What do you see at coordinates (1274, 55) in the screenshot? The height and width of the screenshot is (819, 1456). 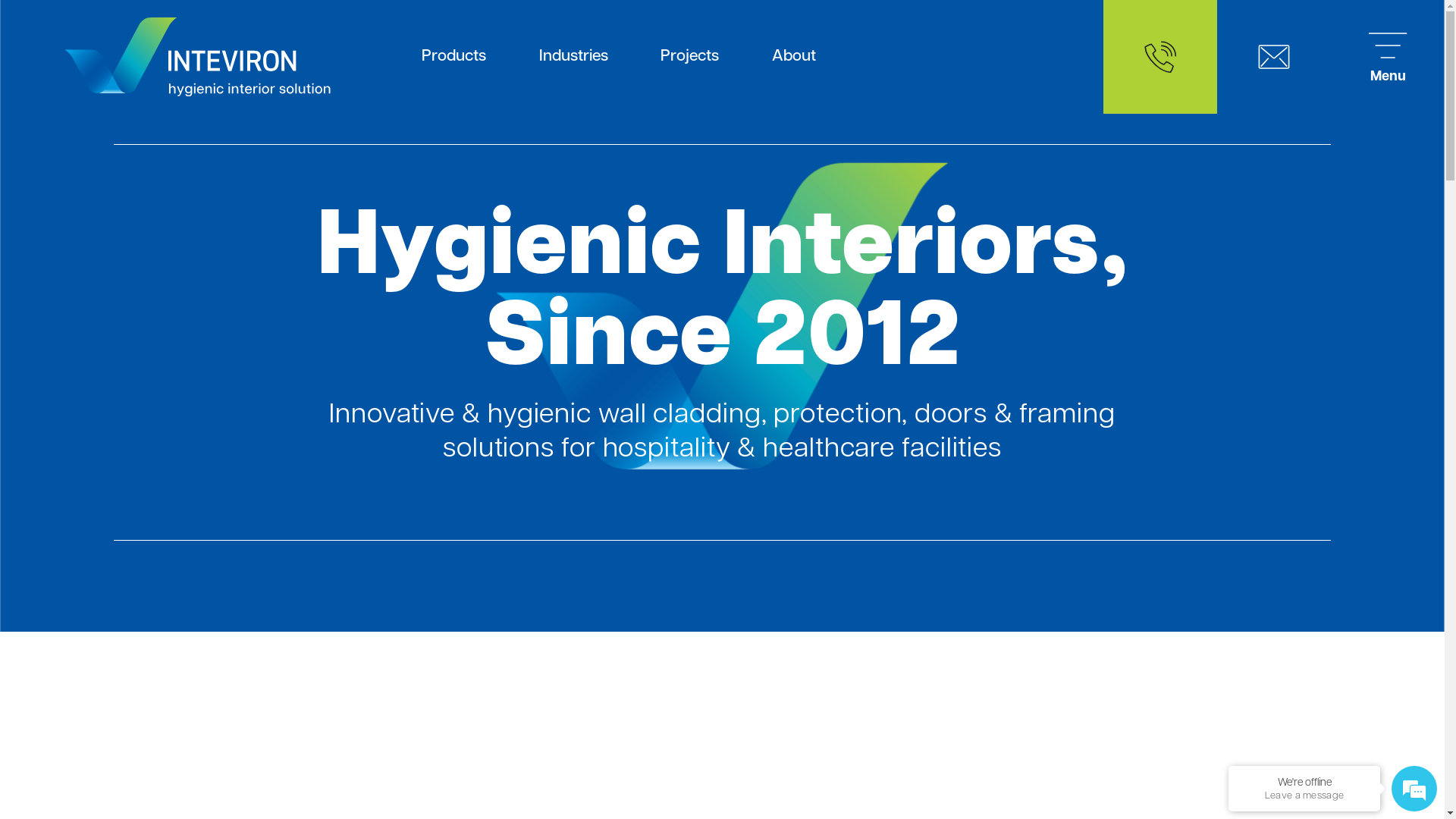 I see `'Contact'` at bounding box center [1274, 55].